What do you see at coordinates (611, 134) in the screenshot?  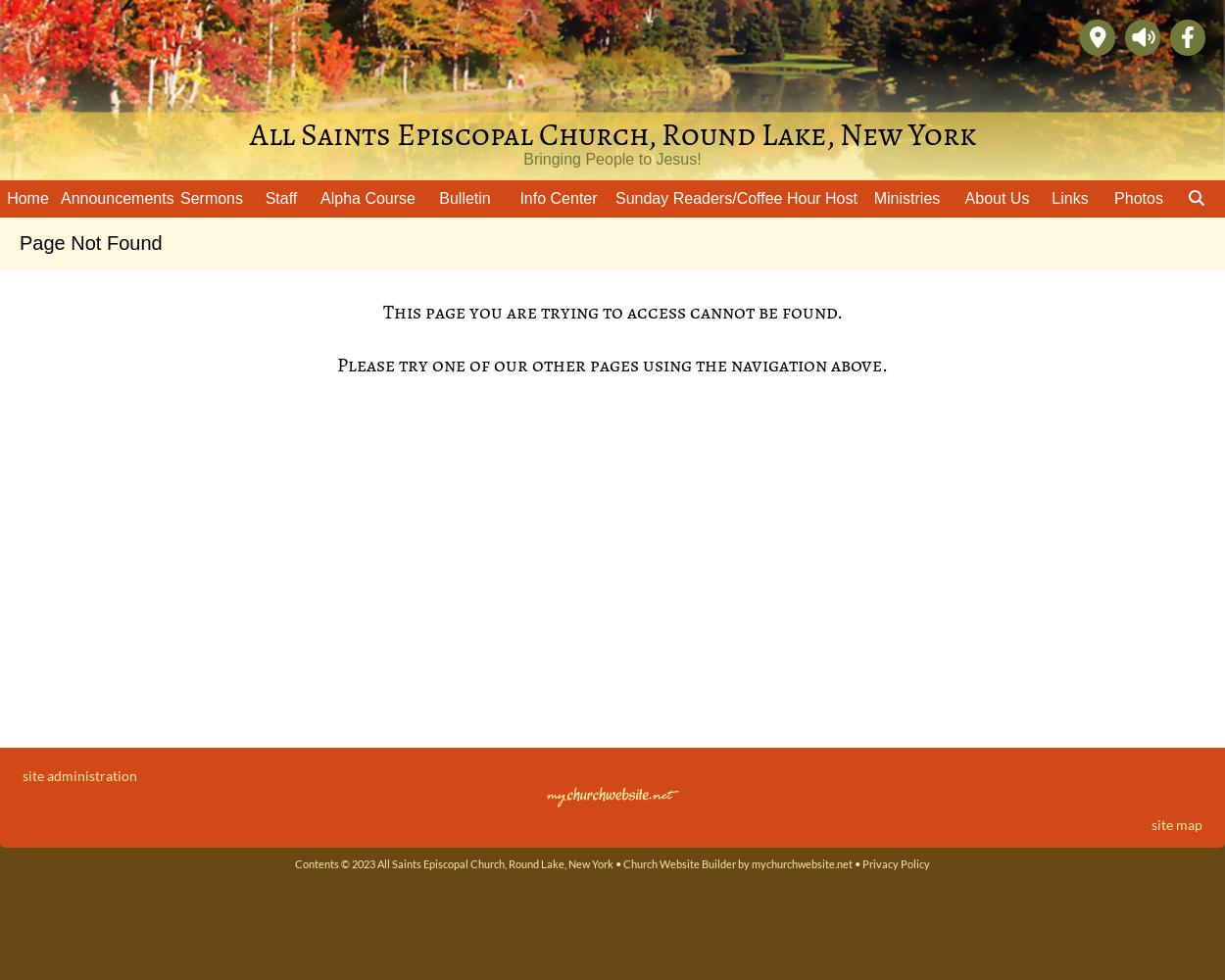 I see `'All Saints Episcopal Church, Round Lake, New York'` at bounding box center [611, 134].